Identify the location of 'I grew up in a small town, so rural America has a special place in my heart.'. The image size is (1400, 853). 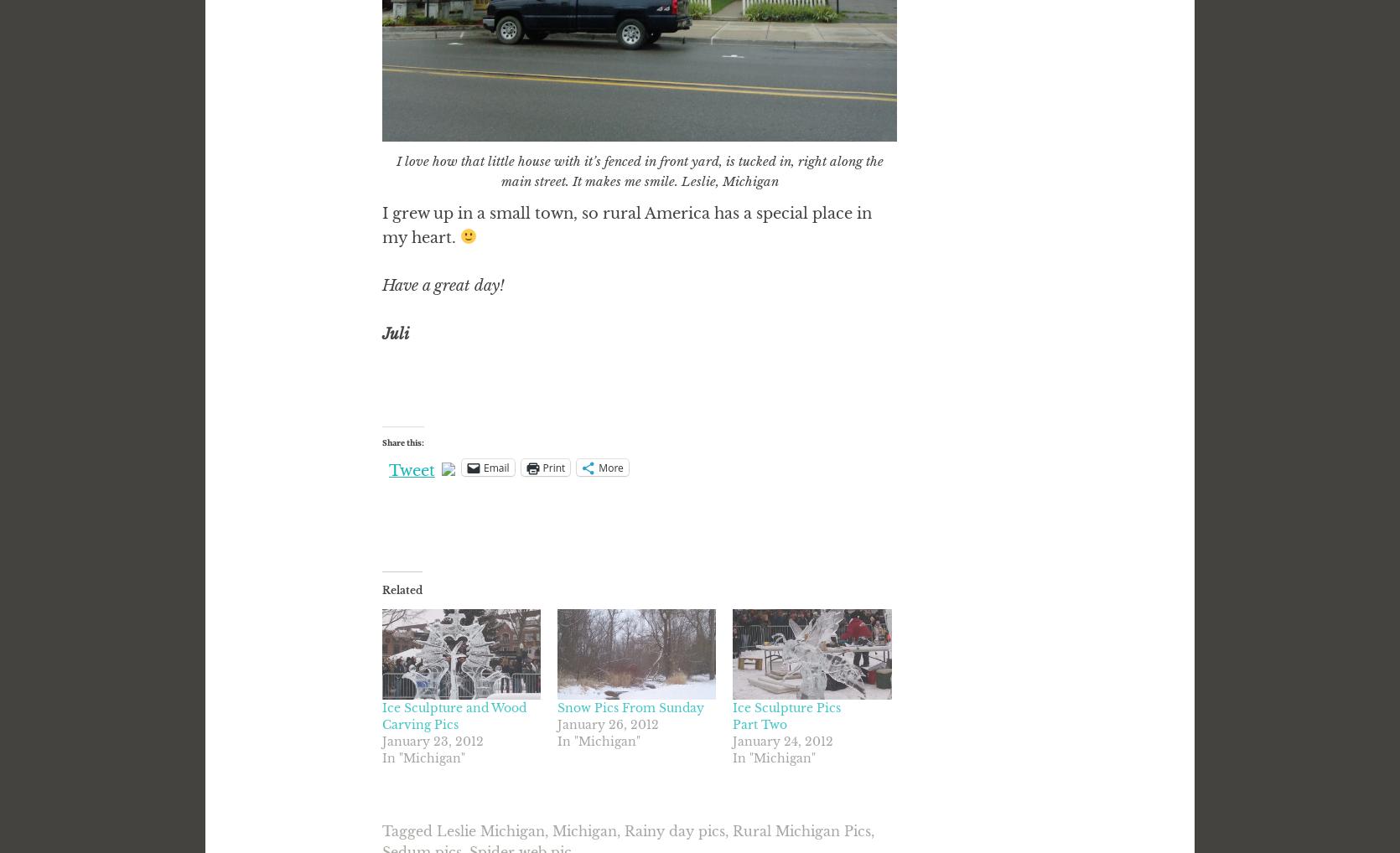
(626, 225).